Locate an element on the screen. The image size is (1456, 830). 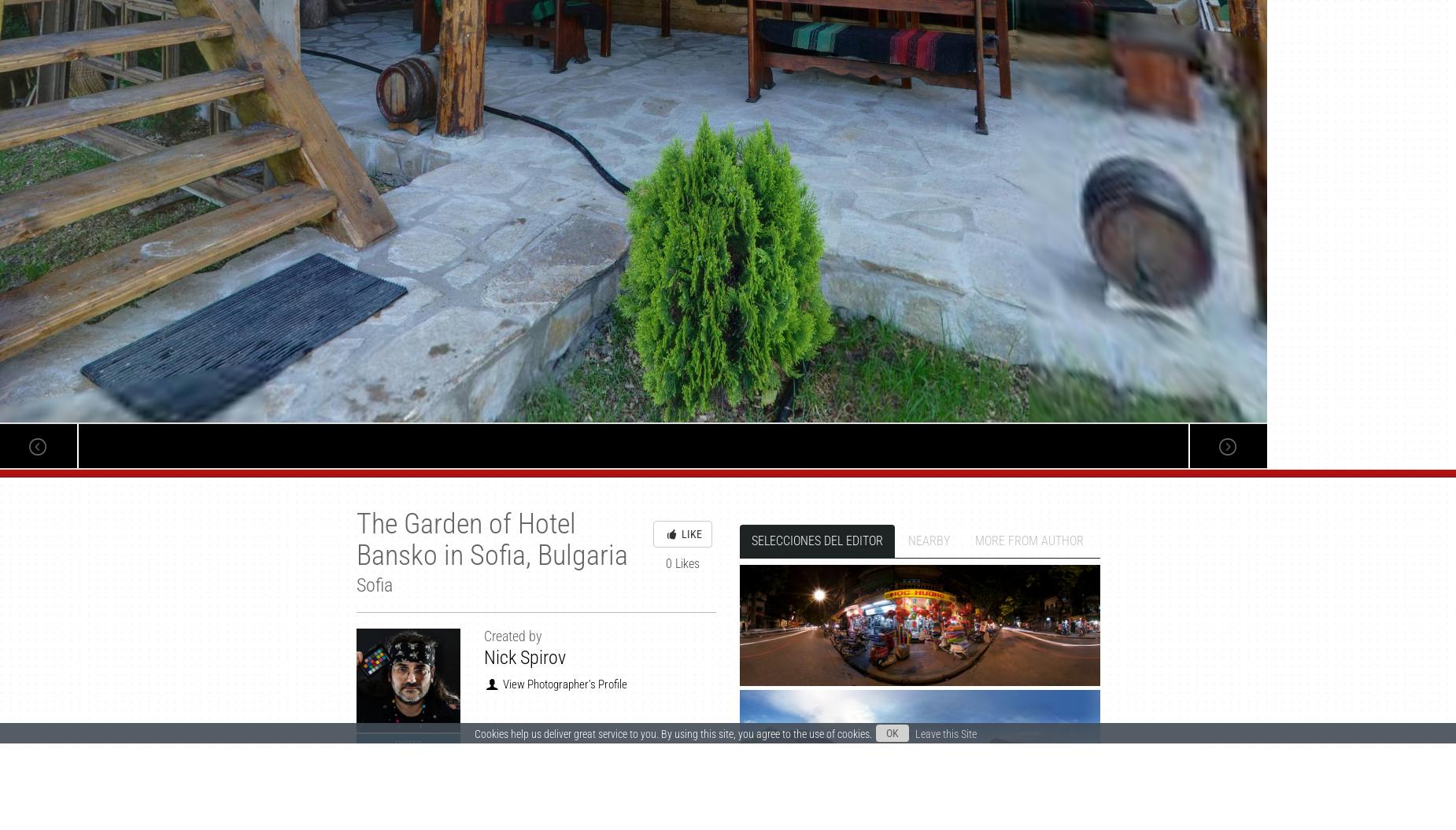
'LIKE' is located at coordinates (679, 533).